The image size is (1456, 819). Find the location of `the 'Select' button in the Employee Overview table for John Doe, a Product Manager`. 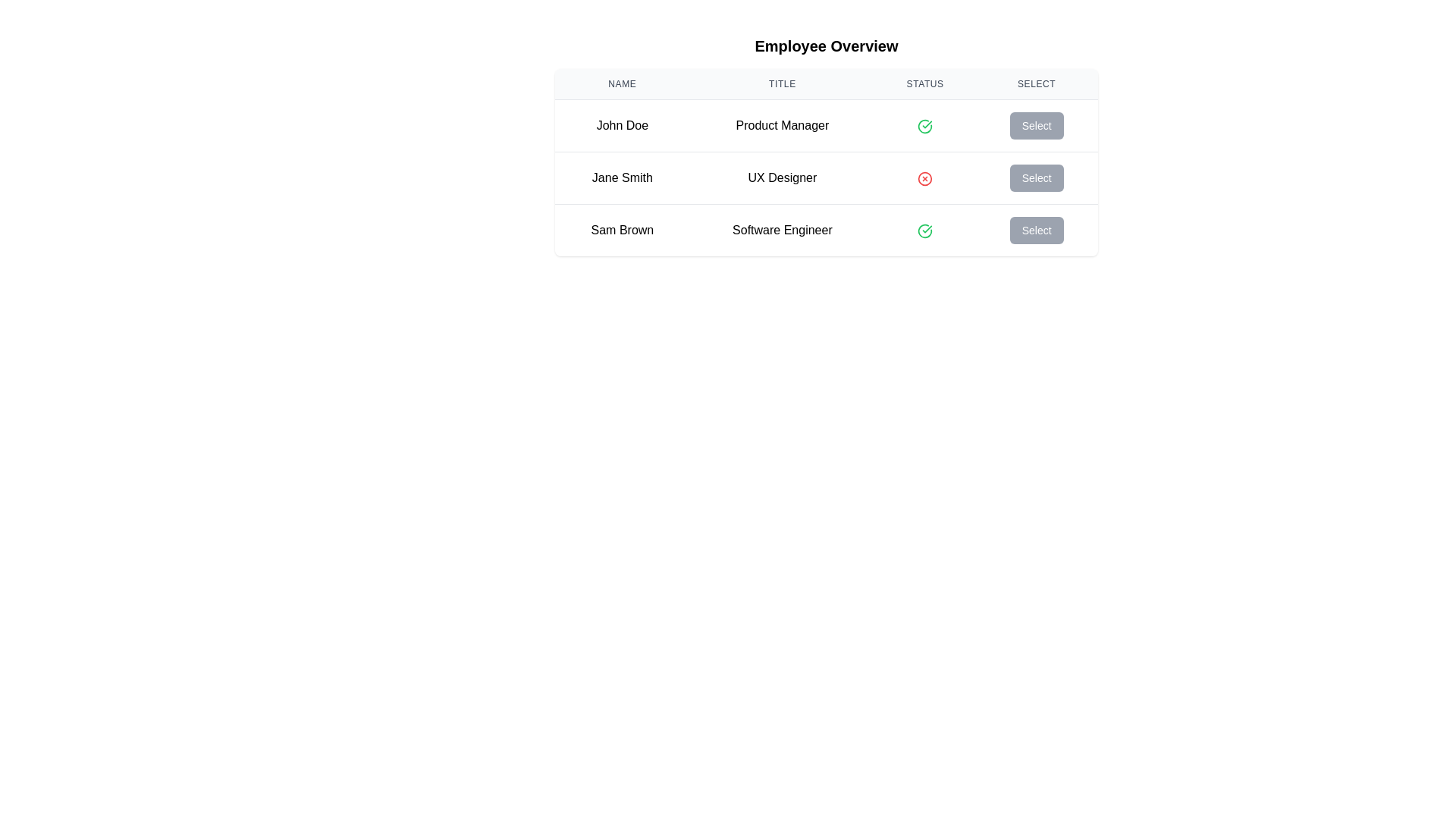

the 'Select' button in the Employee Overview table for John Doe, a Product Manager is located at coordinates (1036, 124).